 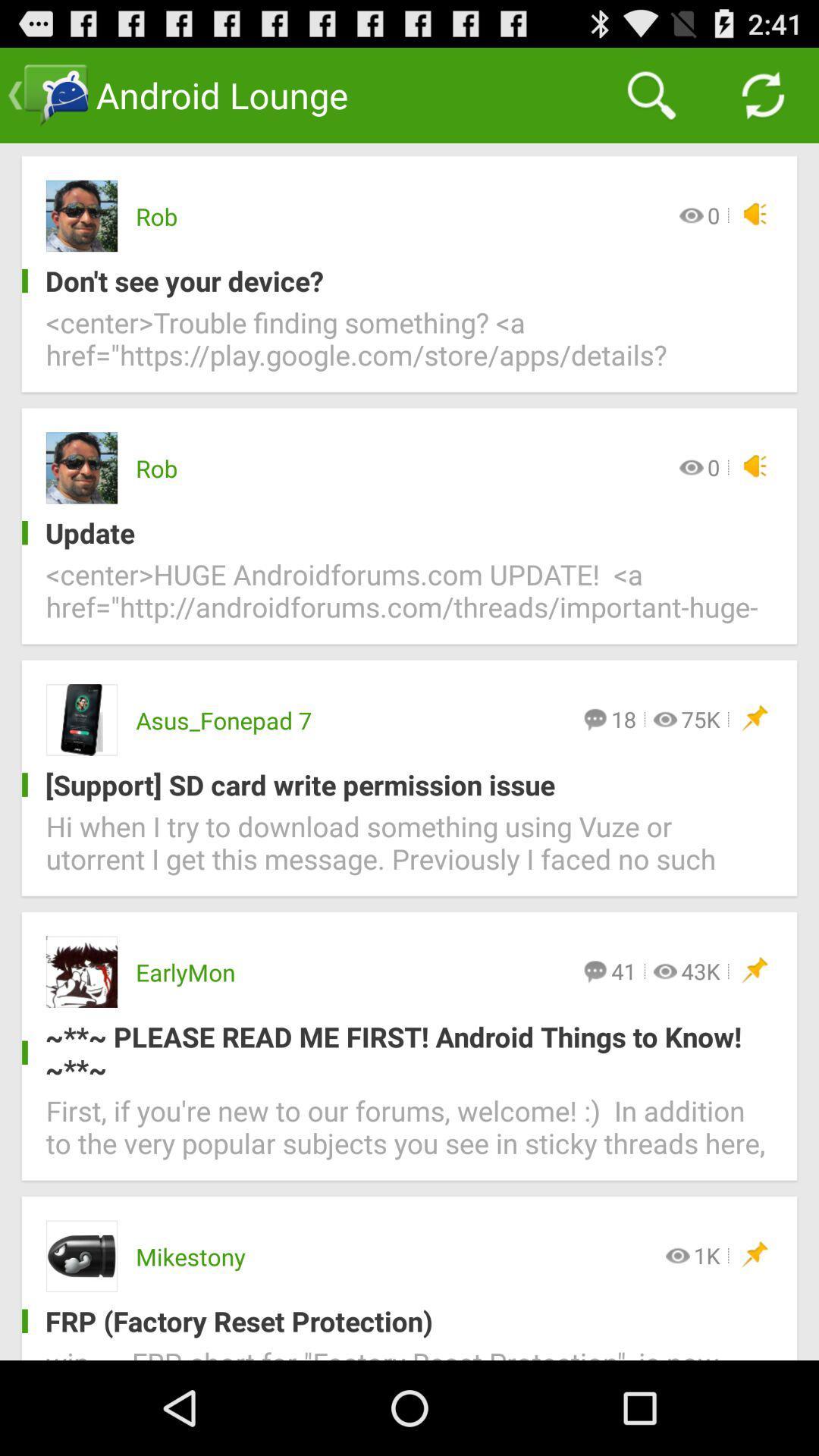 I want to click on the 1k app, so click(x=707, y=1255).